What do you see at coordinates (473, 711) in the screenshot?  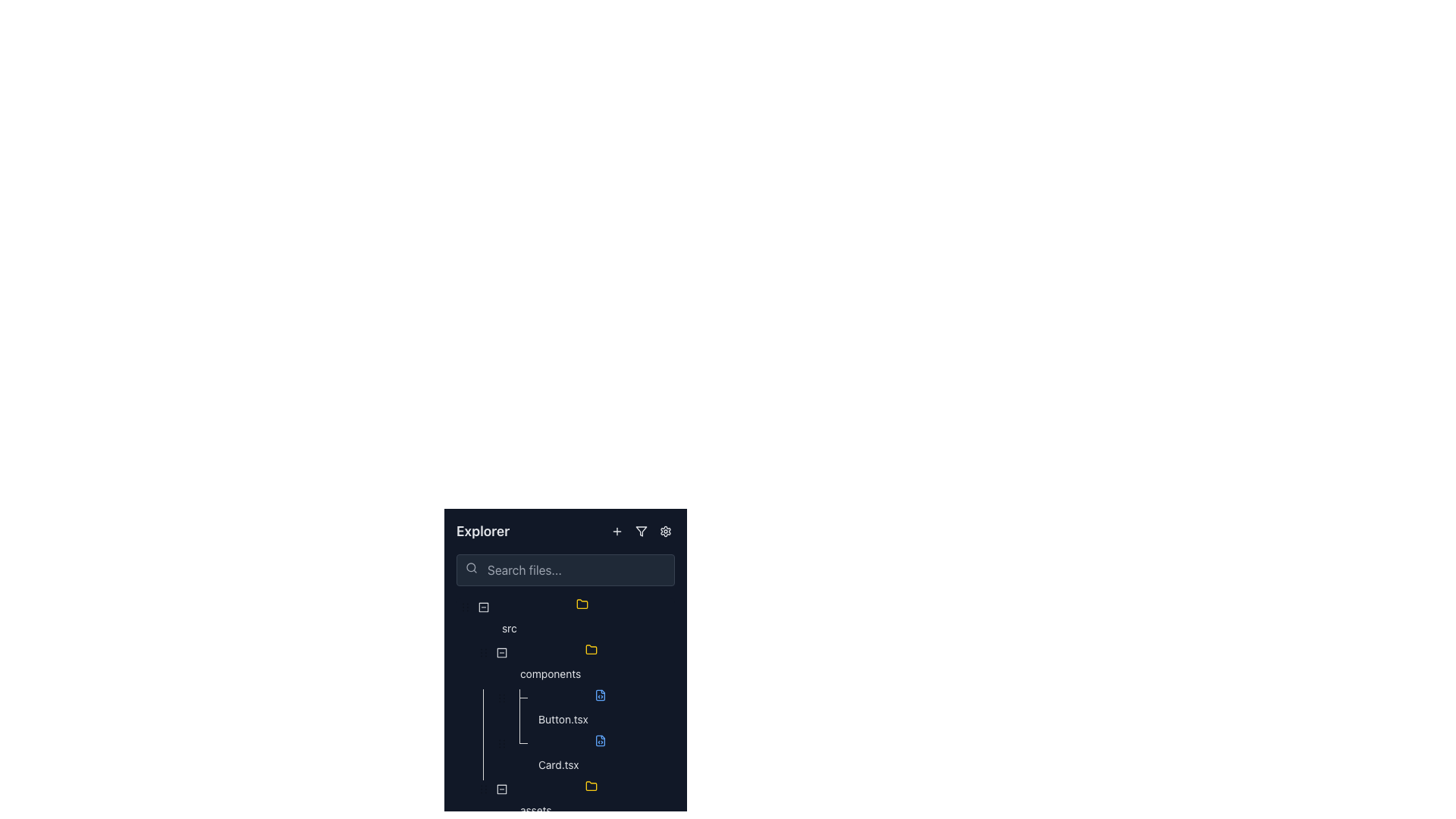 I see `indentation visual marker for the 'Button.tsx' file in the 'Explorer' panel to view additional details about its hierarchical relationship` at bounding box center [473, 711].